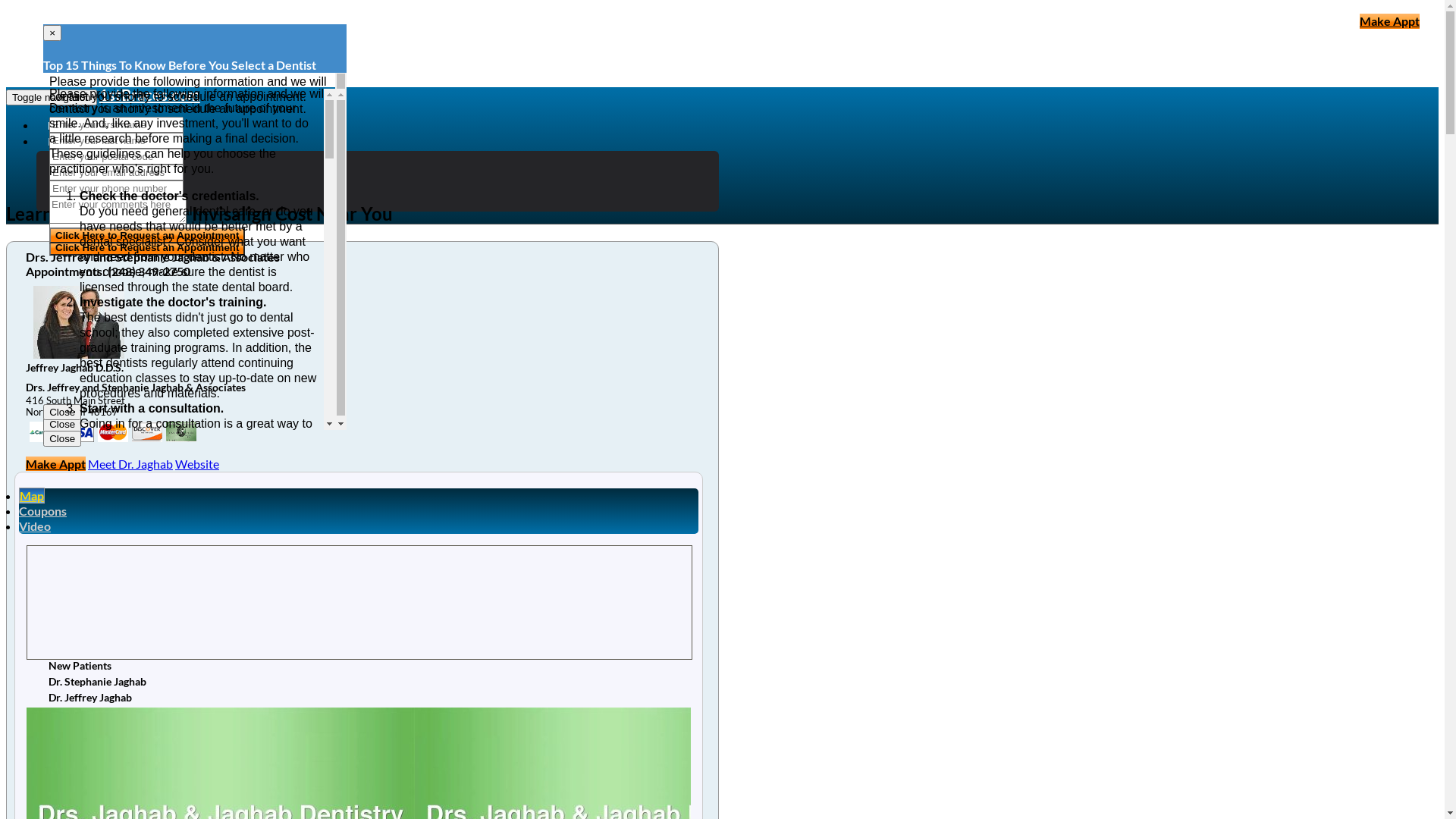  I want to click on 'Coupons', so click(42, 510).